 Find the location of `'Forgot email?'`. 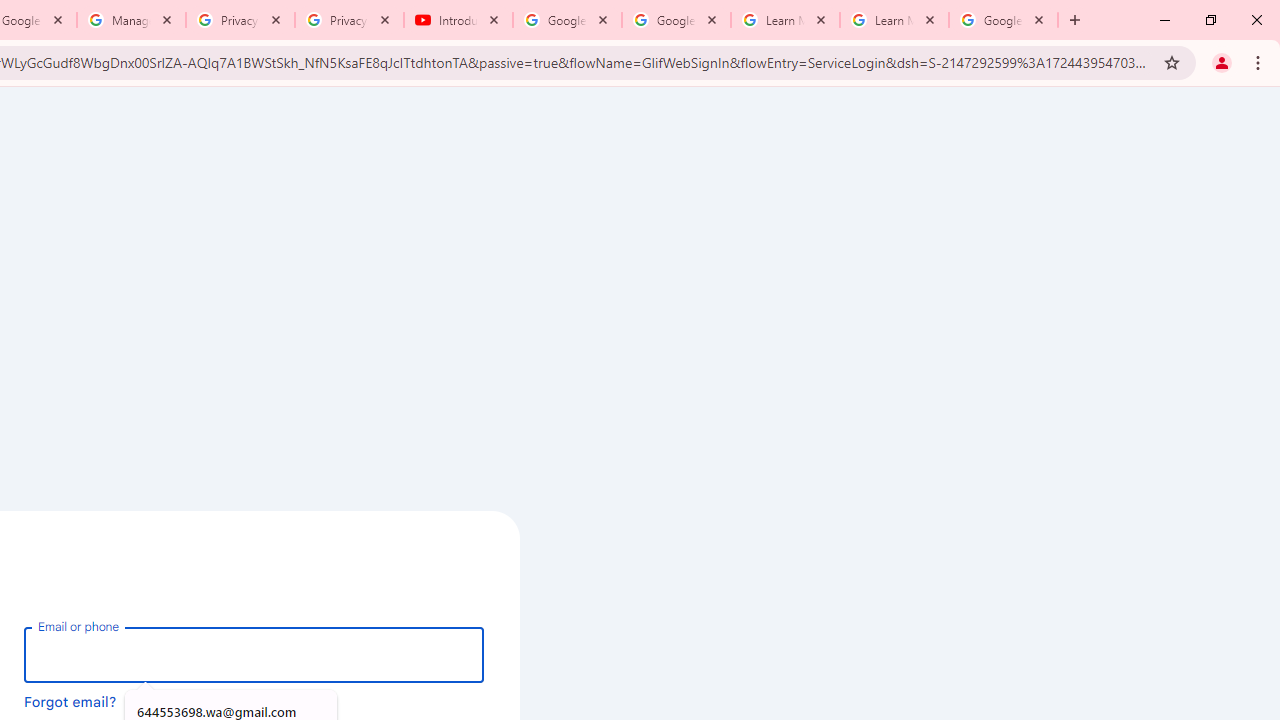

'Forgot email?' is located at coordinates (70, 700).